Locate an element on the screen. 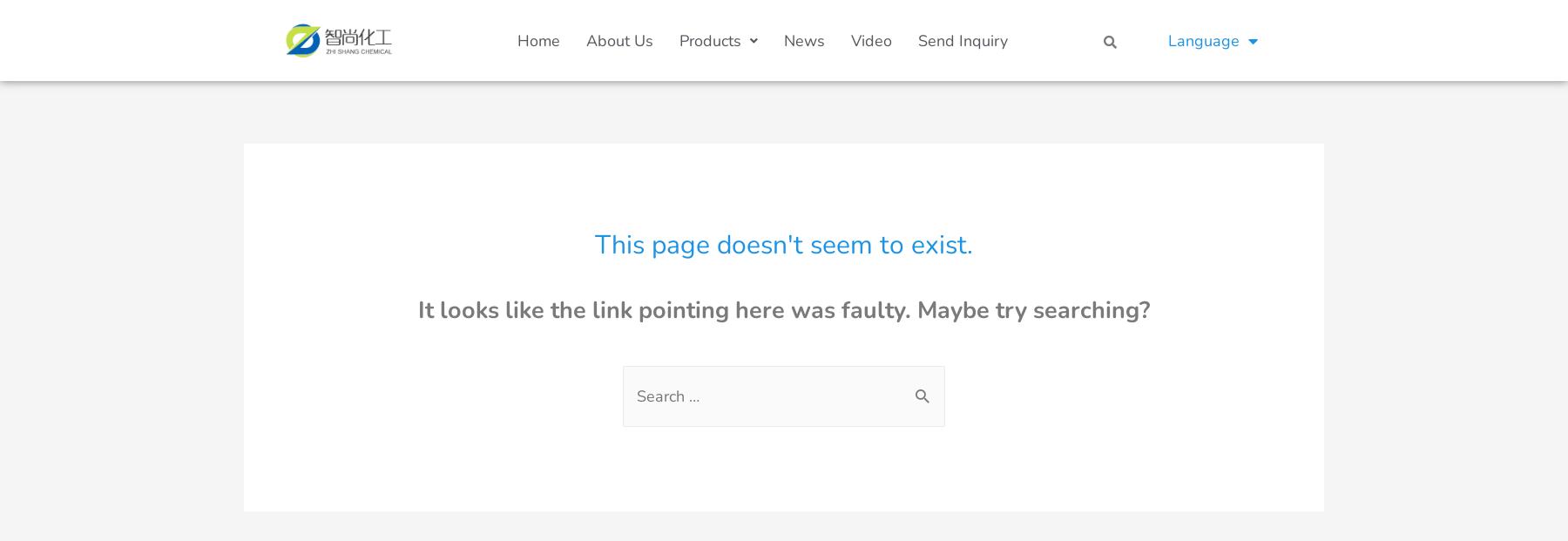 Image resolution: width=1568 pixels, height=541 pixels. 'This page doesn't seem to exist.' is located at coordinates (593, 244).